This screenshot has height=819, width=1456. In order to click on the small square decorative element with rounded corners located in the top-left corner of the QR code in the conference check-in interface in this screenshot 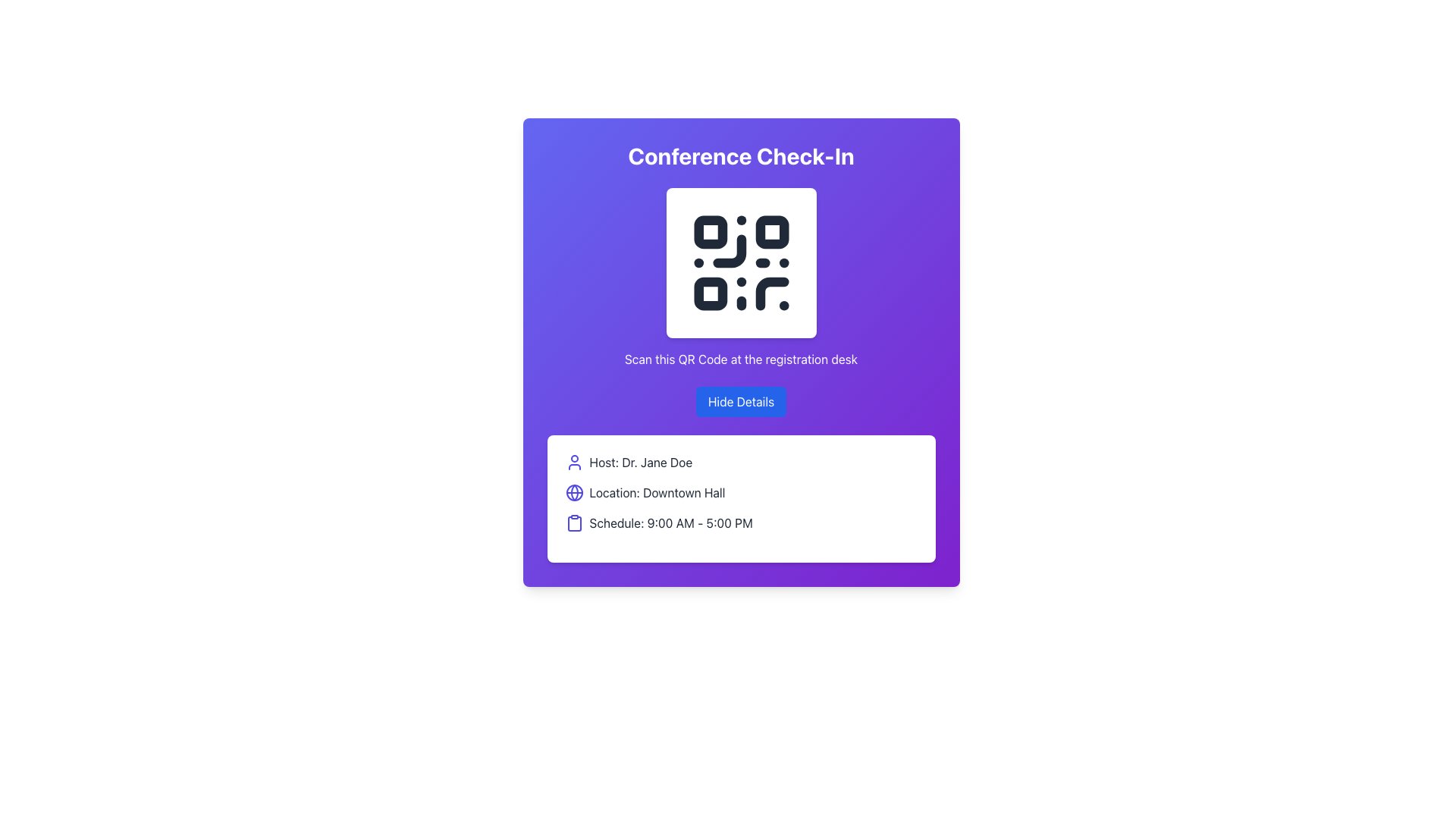, I will do `click(709, 232)`.